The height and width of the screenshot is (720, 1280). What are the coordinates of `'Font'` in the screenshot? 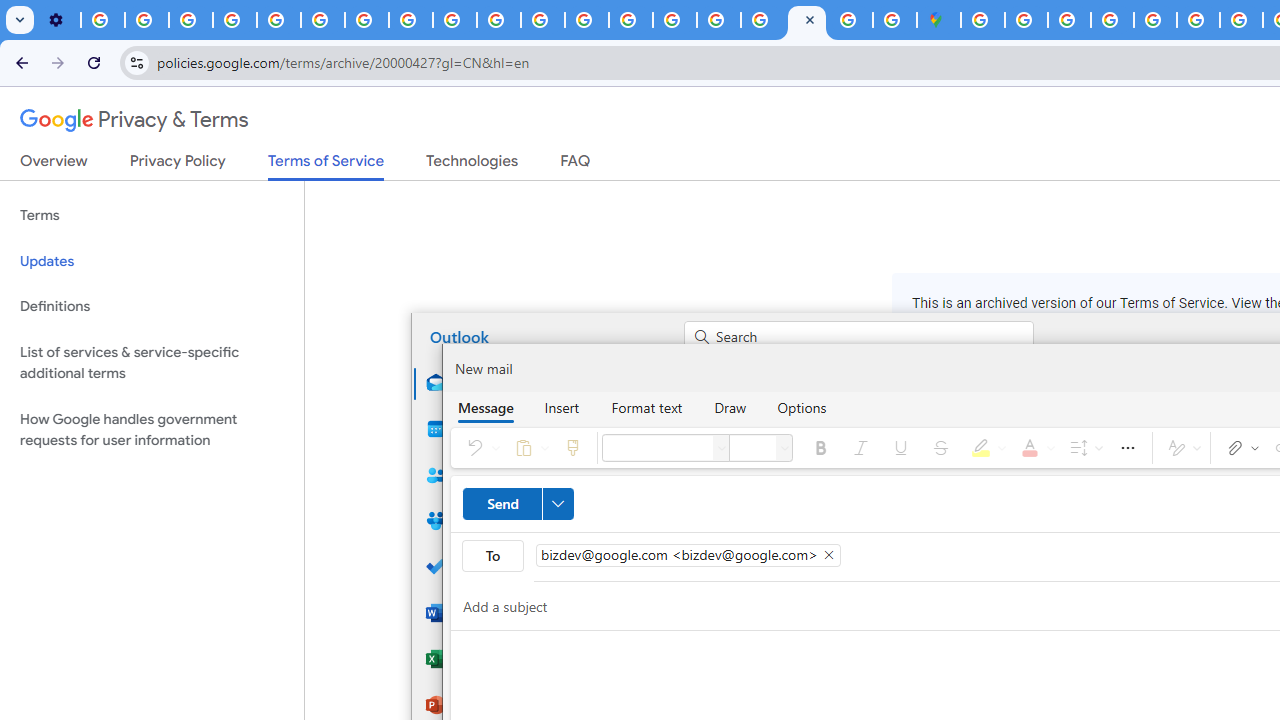 It's located at (720, 447).